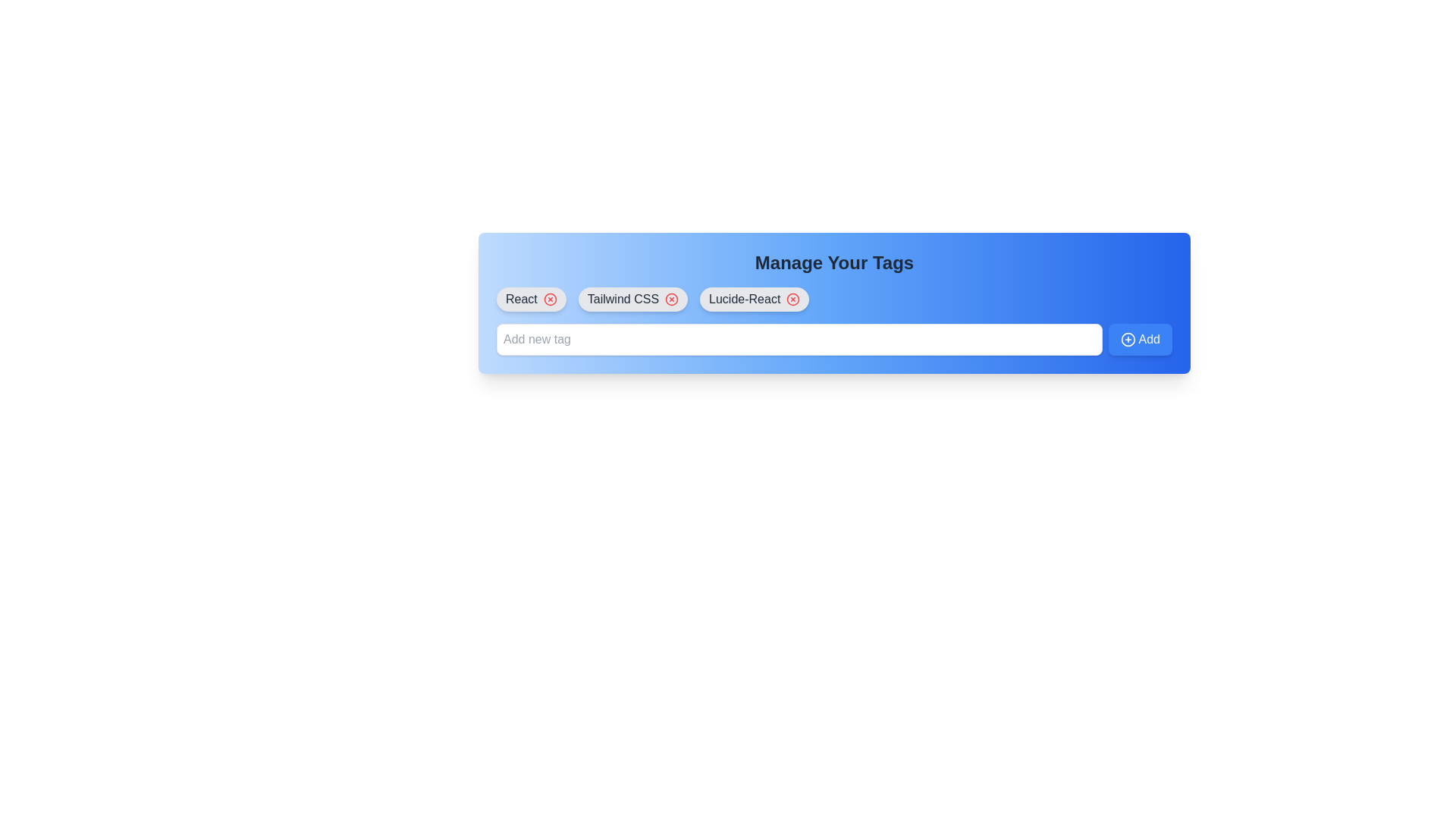  I want to click on the delete button located within the 'Tailwind CSS' tag, so click(671, 299).